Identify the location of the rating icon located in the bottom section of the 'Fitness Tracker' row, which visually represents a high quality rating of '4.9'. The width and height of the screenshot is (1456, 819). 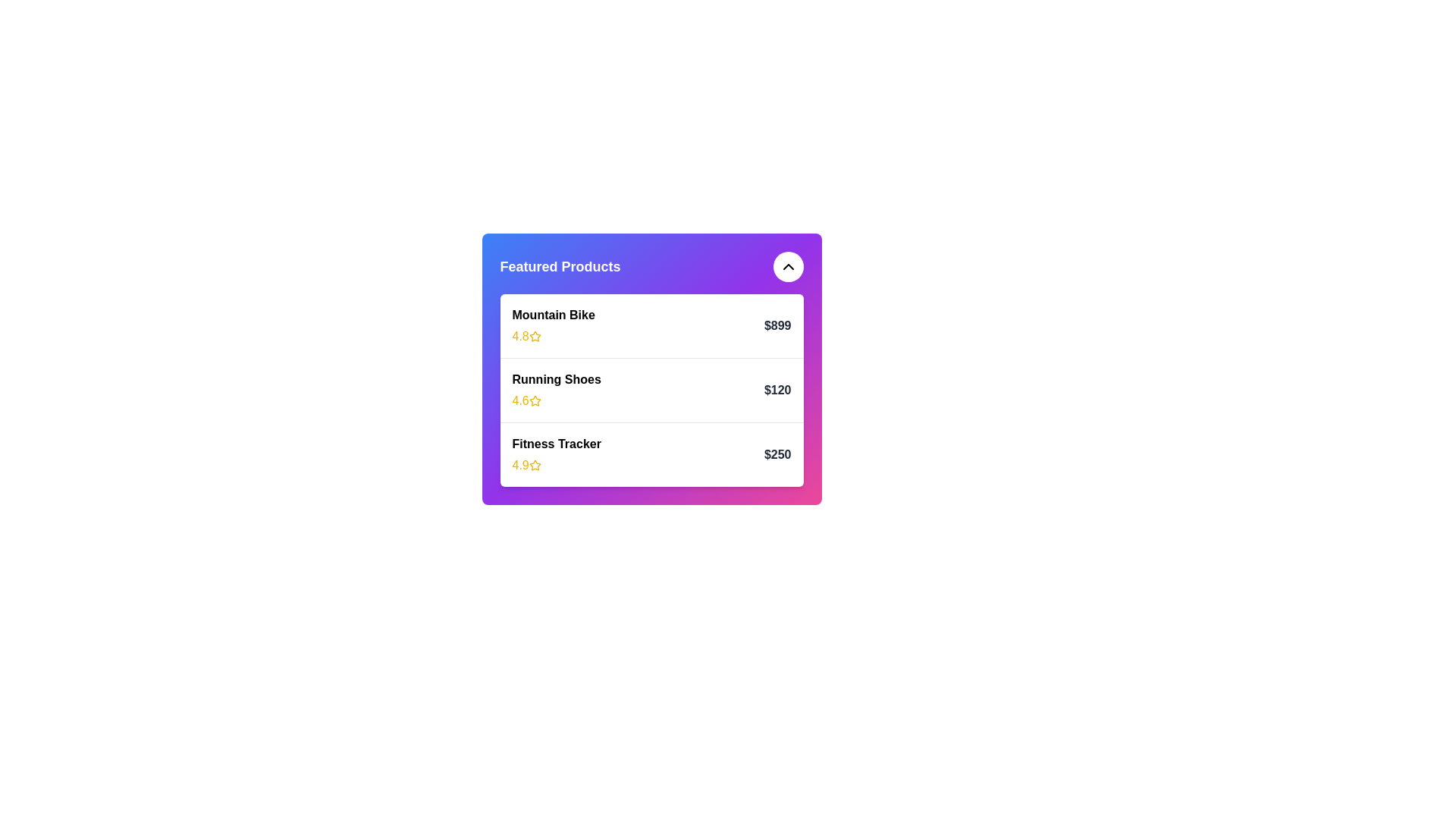
(535, 464).